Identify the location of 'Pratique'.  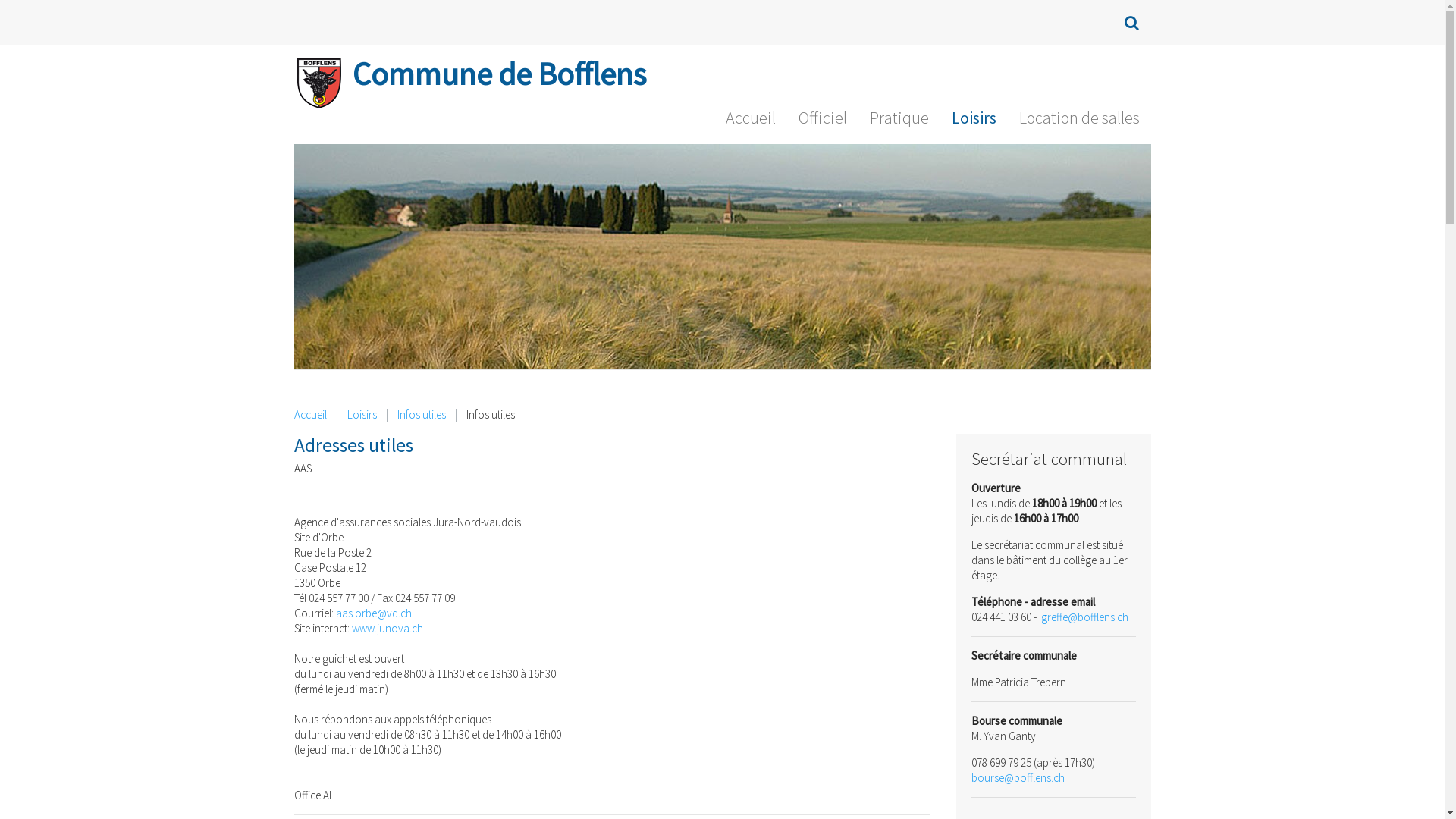
(858, 120).